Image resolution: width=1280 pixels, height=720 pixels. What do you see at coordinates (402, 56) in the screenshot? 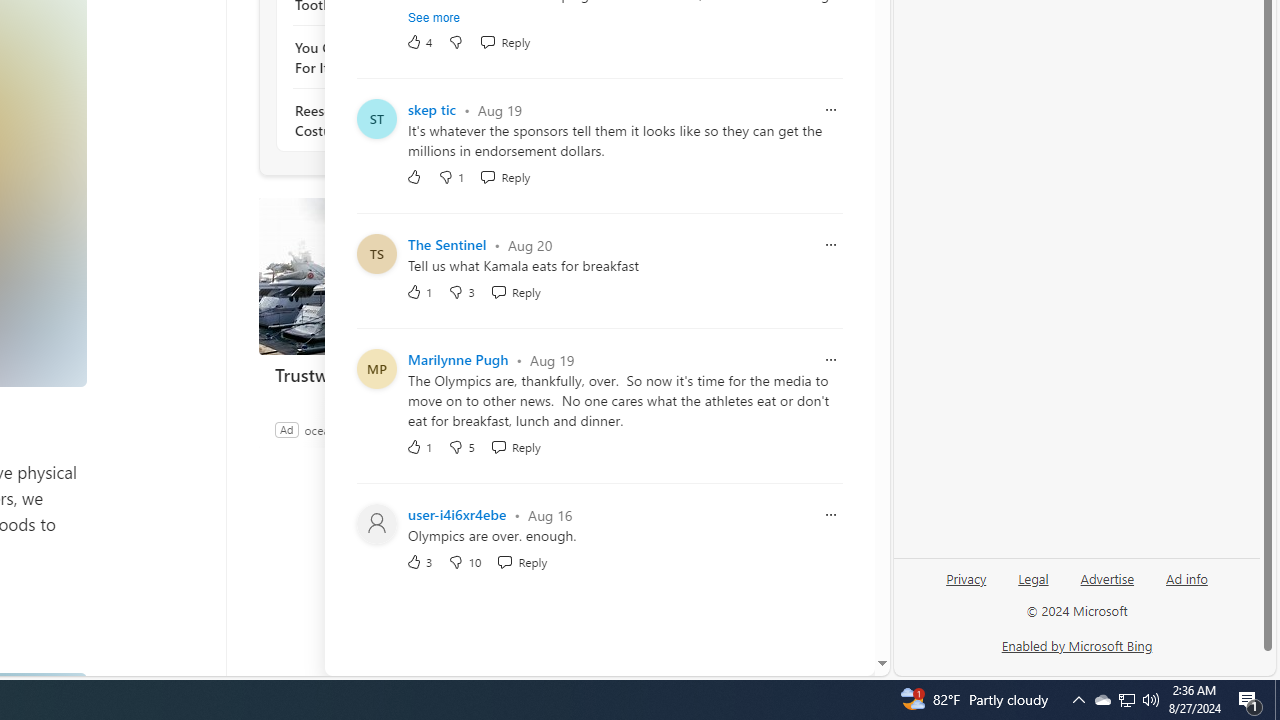
I see `'You Can Grab An iPad At Amazon For Its Lowest Price Ever'` at bounding box center [402, 56].